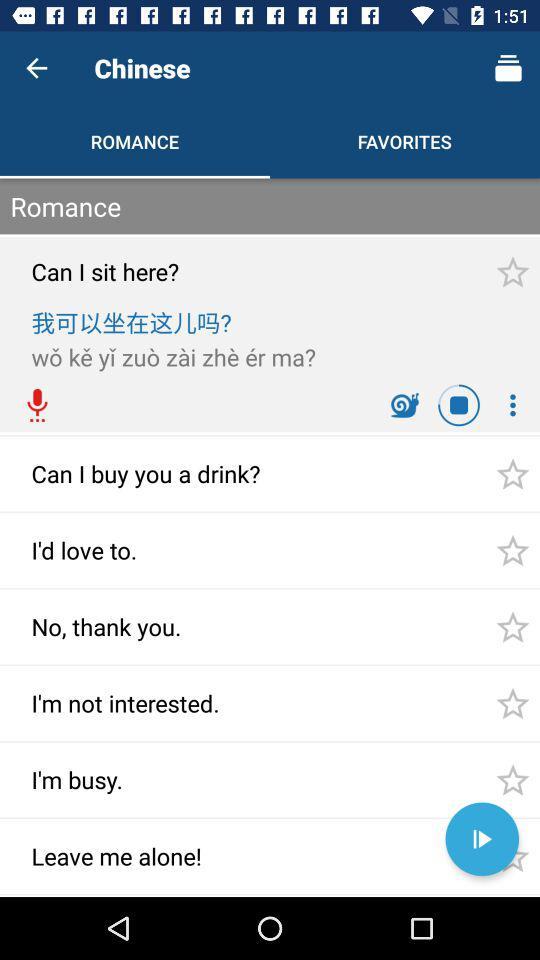 This screenshot has height=960, width=540. What do you see at coordinates (513, 474) in the screenshot?
I see `the second star from top` at bounding box center [513, 474].